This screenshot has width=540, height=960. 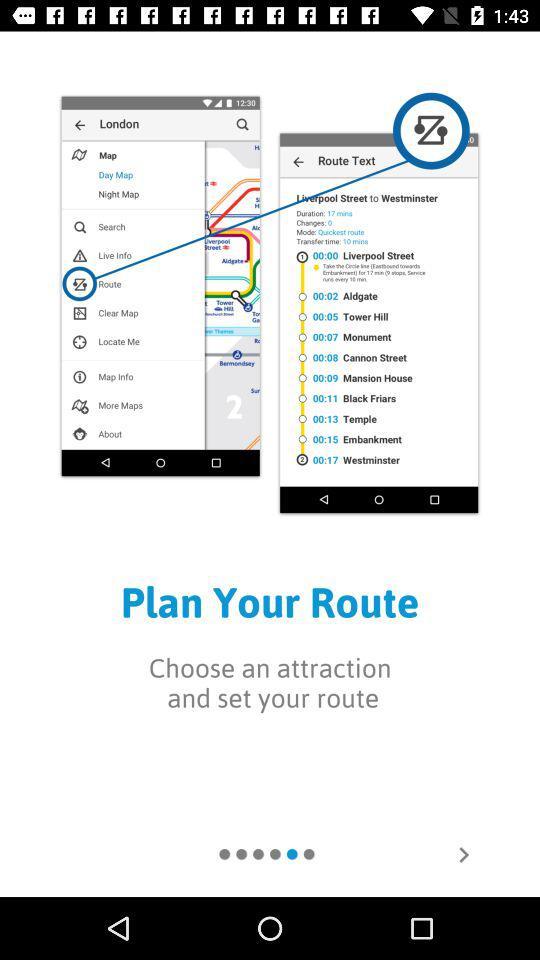 I want to click on next window, so click(x=463, y=853).